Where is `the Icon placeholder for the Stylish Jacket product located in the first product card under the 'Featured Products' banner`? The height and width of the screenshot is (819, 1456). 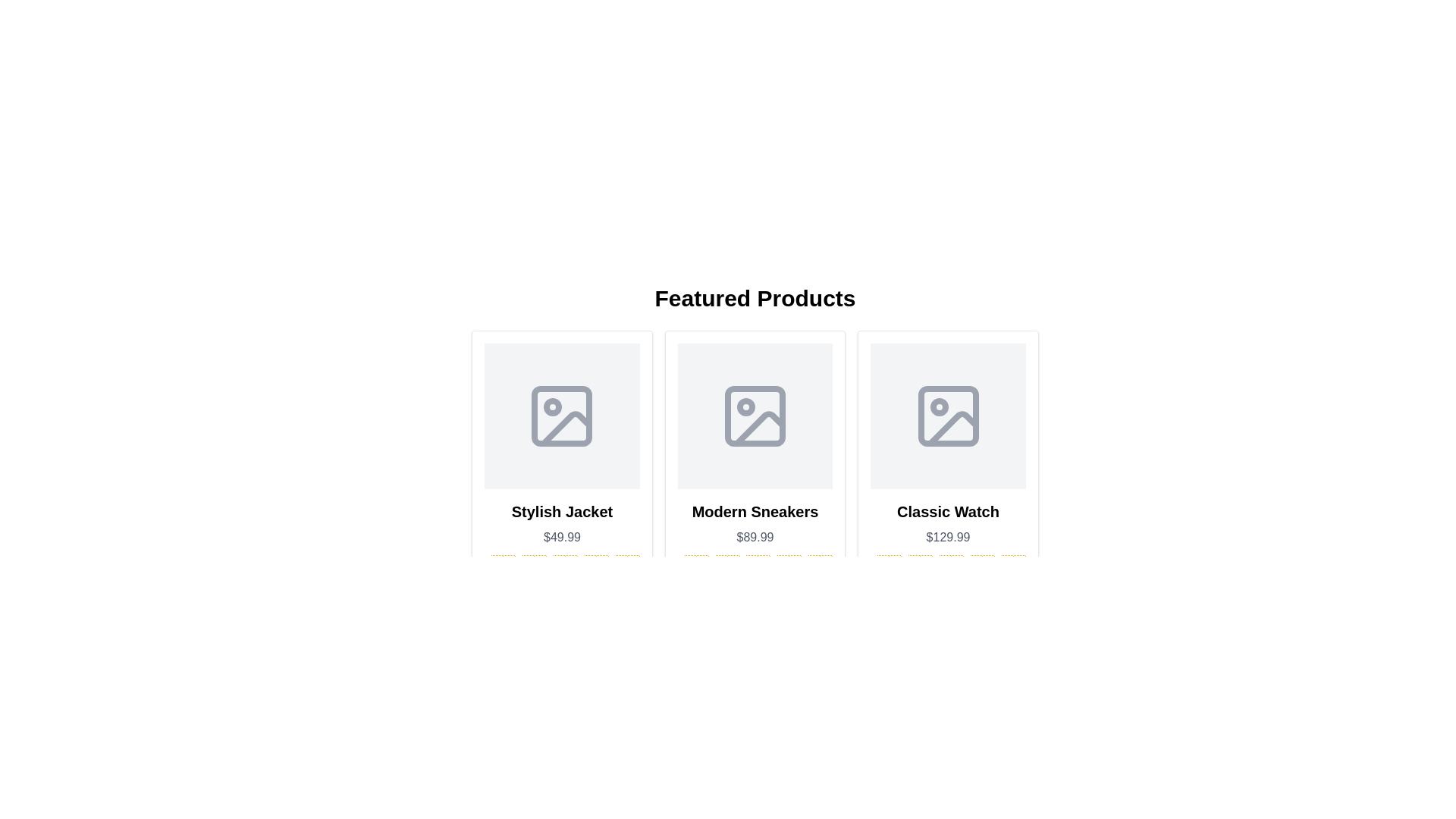 the Icon placeholder for the Stylish Jacket product located in the first product card under the 'Featured Products' banner is located at coordinates (561, 416).